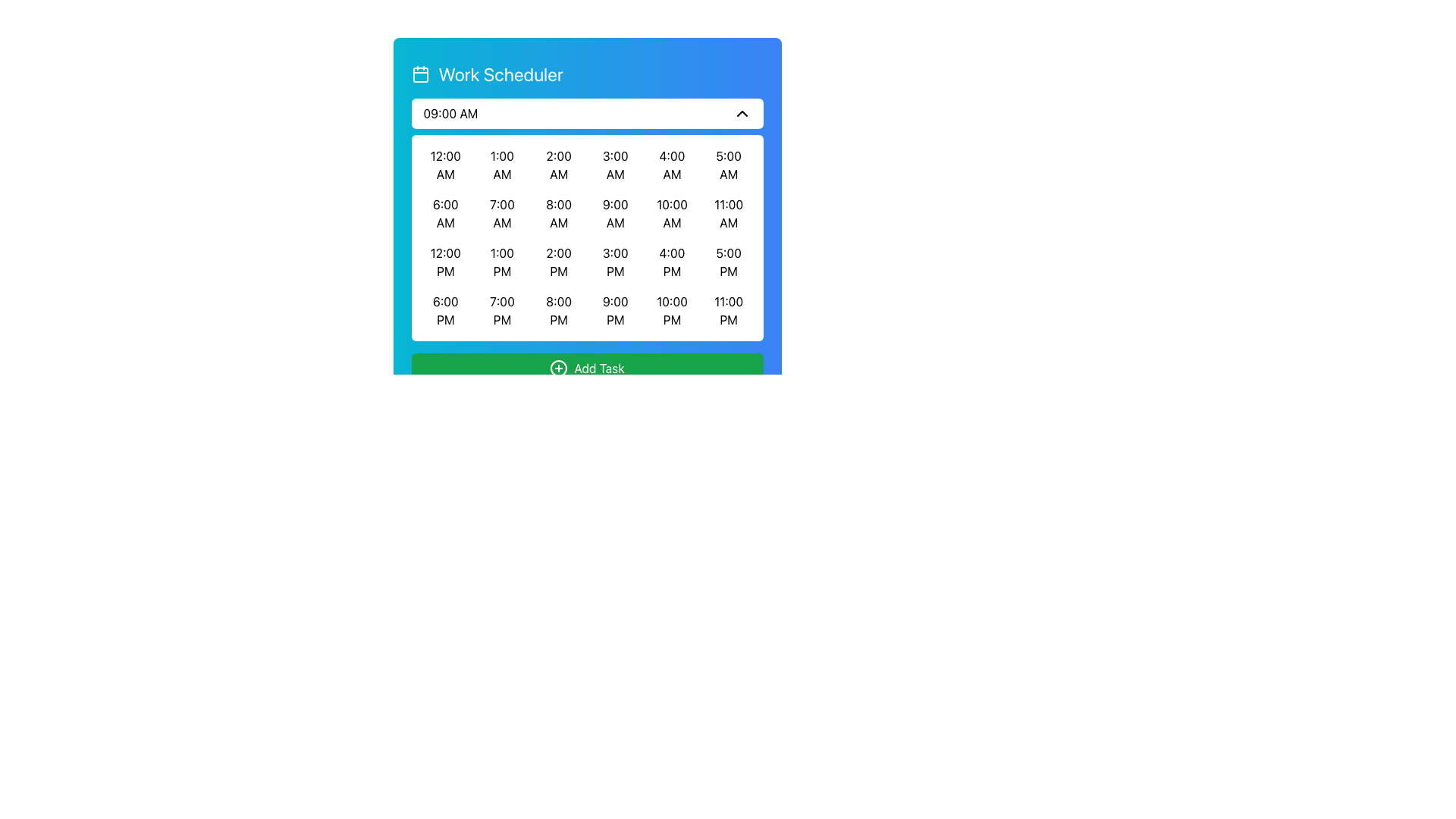 This screenshot has height=819, width=1456. What do you see at coordinates (502, 262) in the screenshot?
I see `the '1:00 PM' time selection button located in the third row and second column of the 'Work Scheduler' grid layout` at bounding box center [502, 262].